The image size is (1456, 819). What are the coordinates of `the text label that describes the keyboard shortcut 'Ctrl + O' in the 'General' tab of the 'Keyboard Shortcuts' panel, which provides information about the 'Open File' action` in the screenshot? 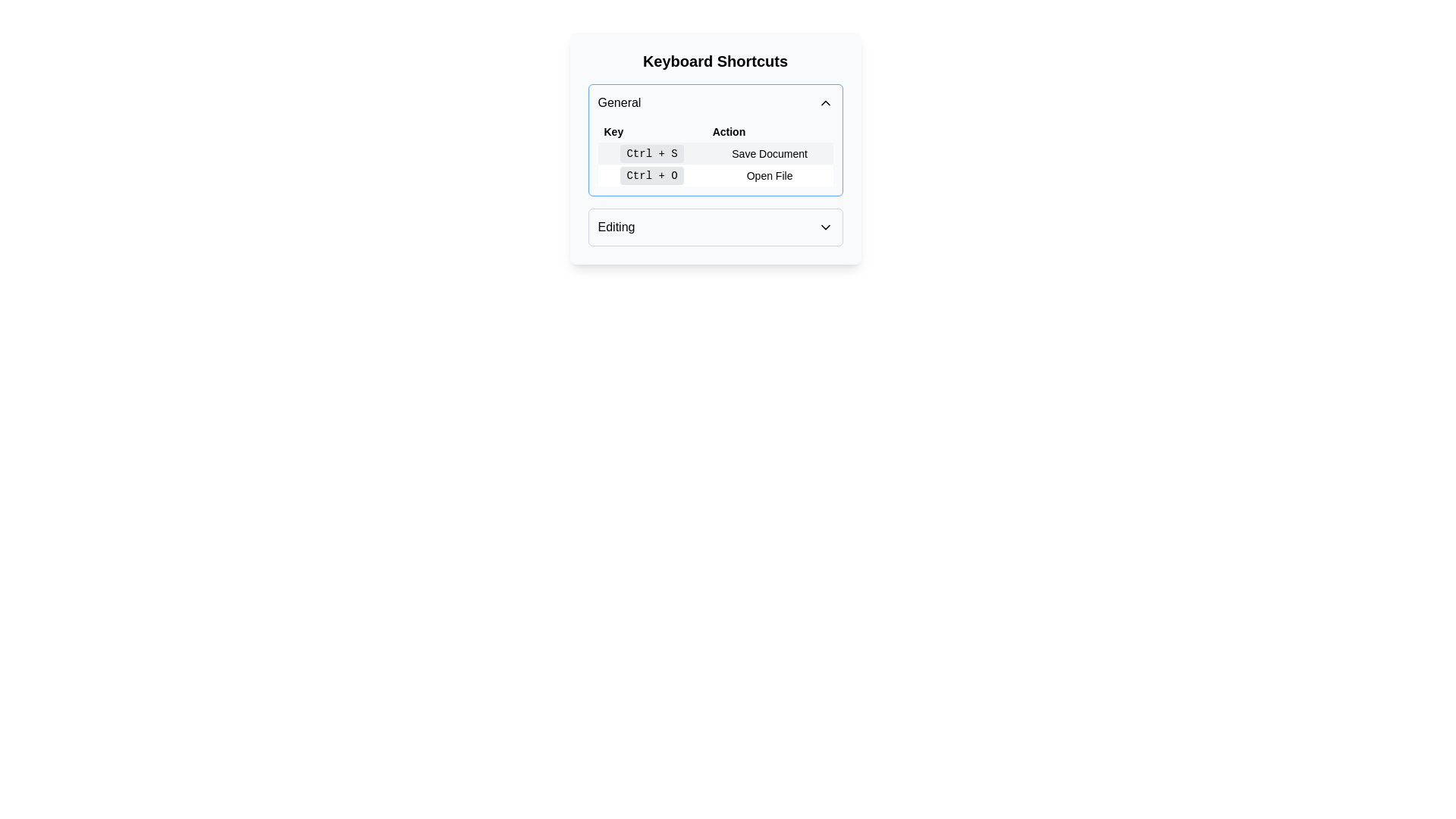 It's located at (770, 174).